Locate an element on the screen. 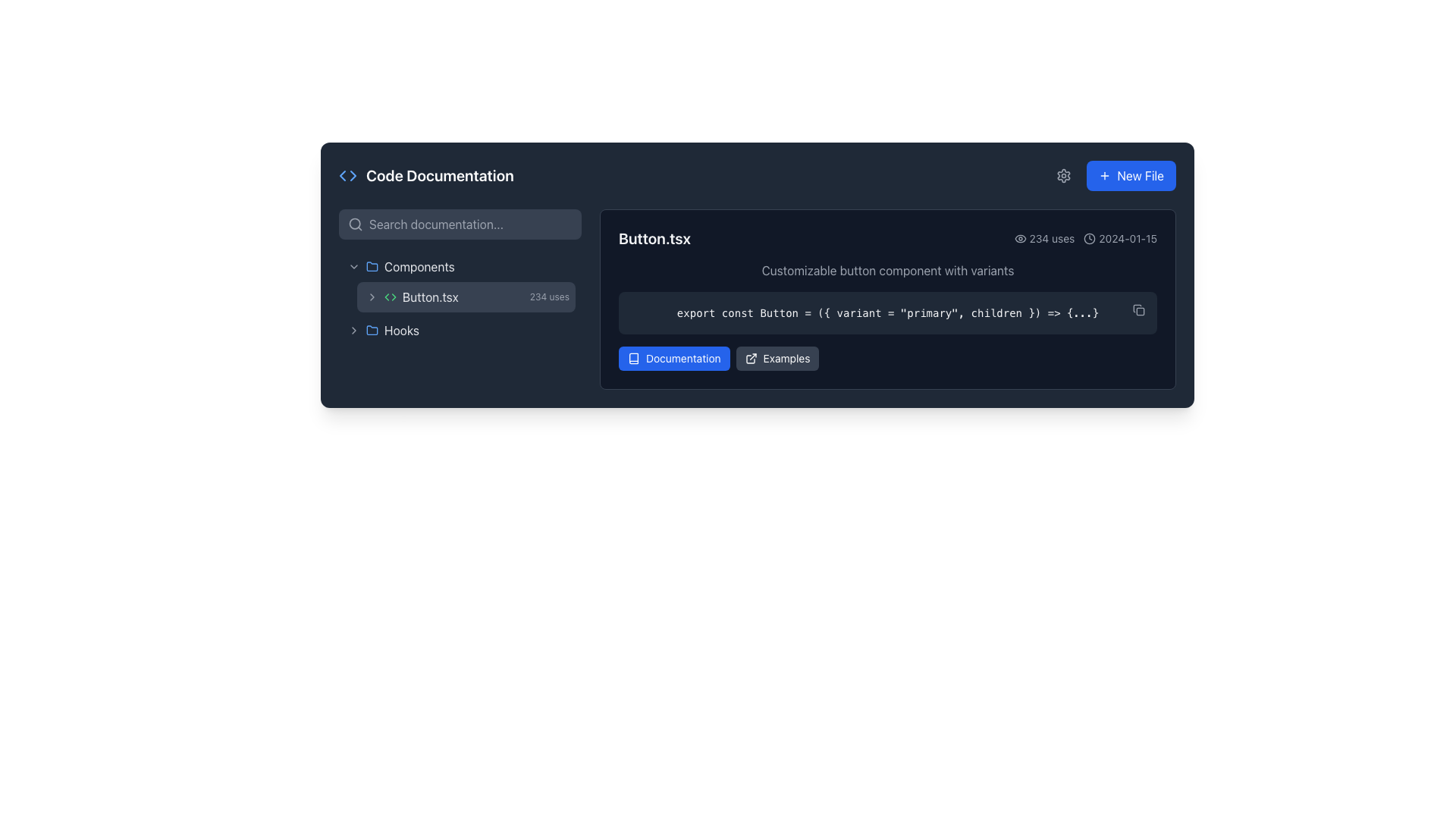 This screenshot has width=1456, height=819. the left-pointing chevron icon in the navigation section is located at coordinates (341, 174).